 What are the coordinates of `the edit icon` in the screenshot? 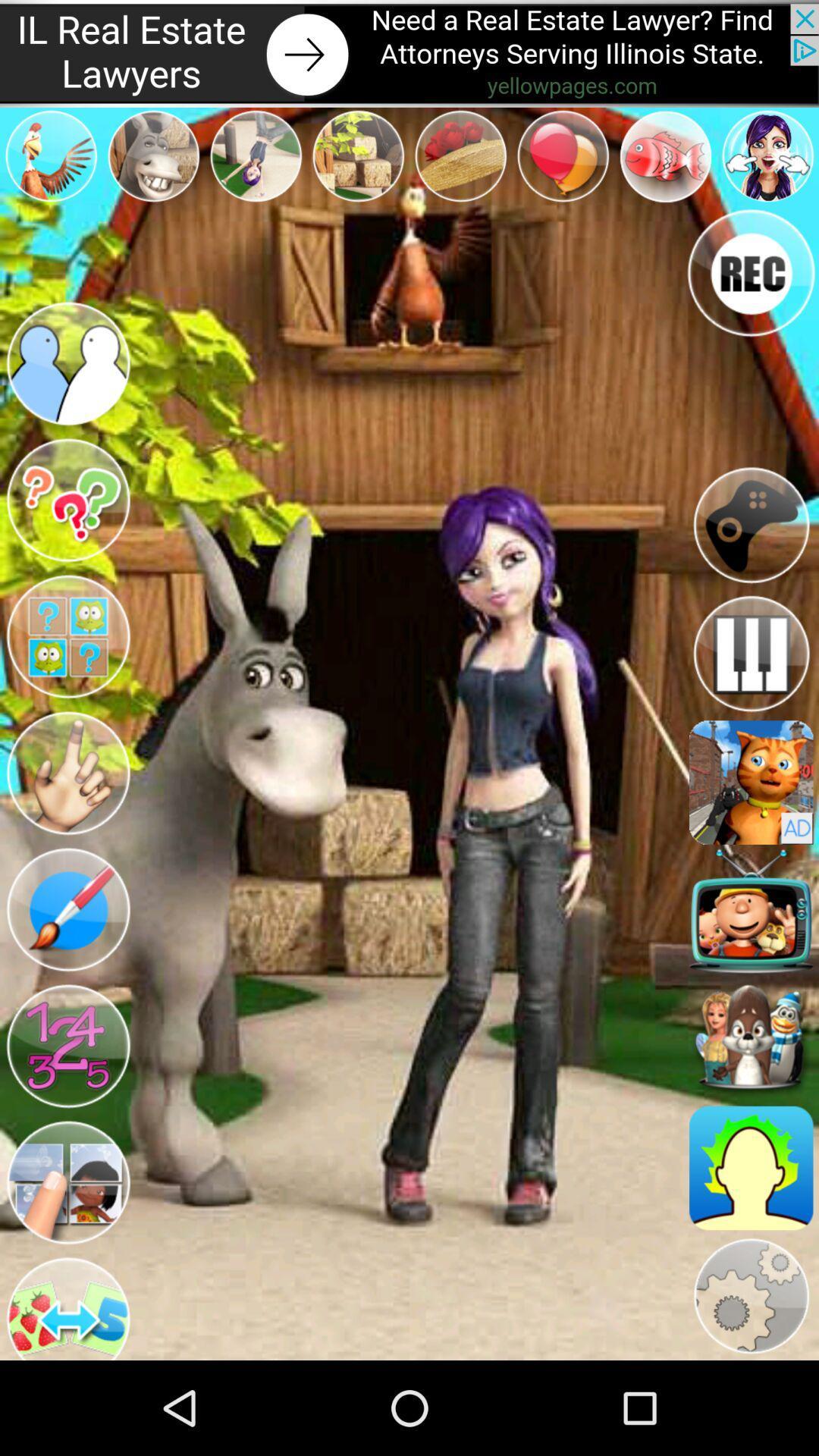 It's located at (67, 974).